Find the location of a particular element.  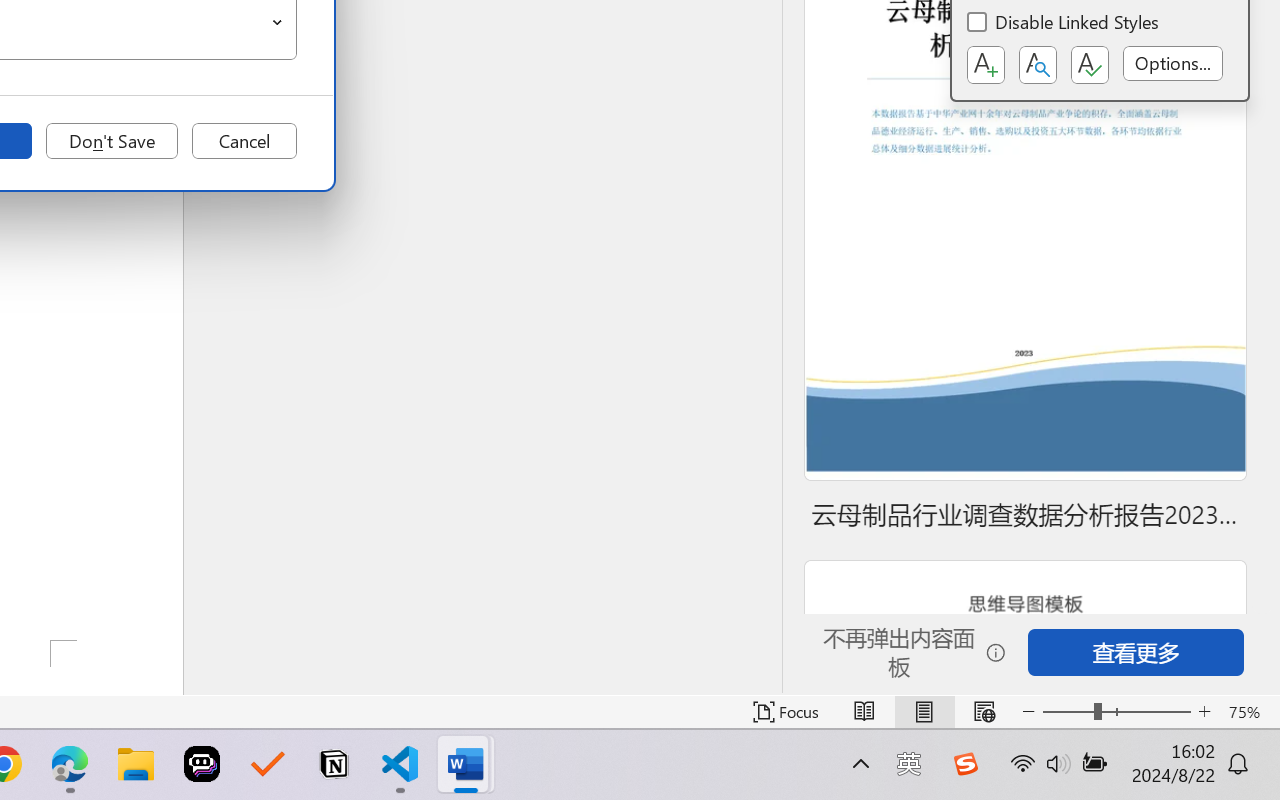

'Notion' is located at coordinates (334, 764).